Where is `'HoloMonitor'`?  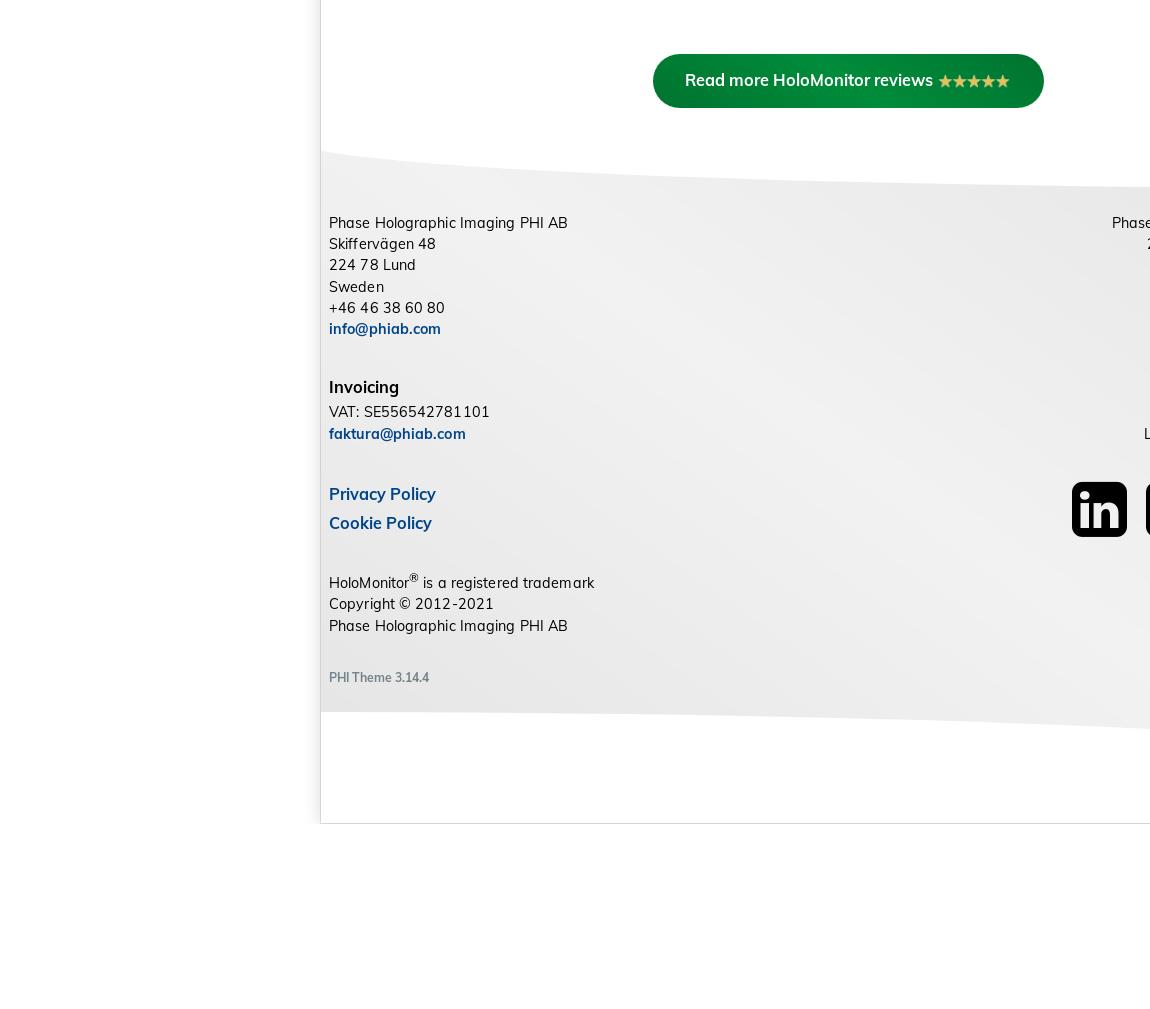
'HoloMonitor' is located at coordinates (369, 767).